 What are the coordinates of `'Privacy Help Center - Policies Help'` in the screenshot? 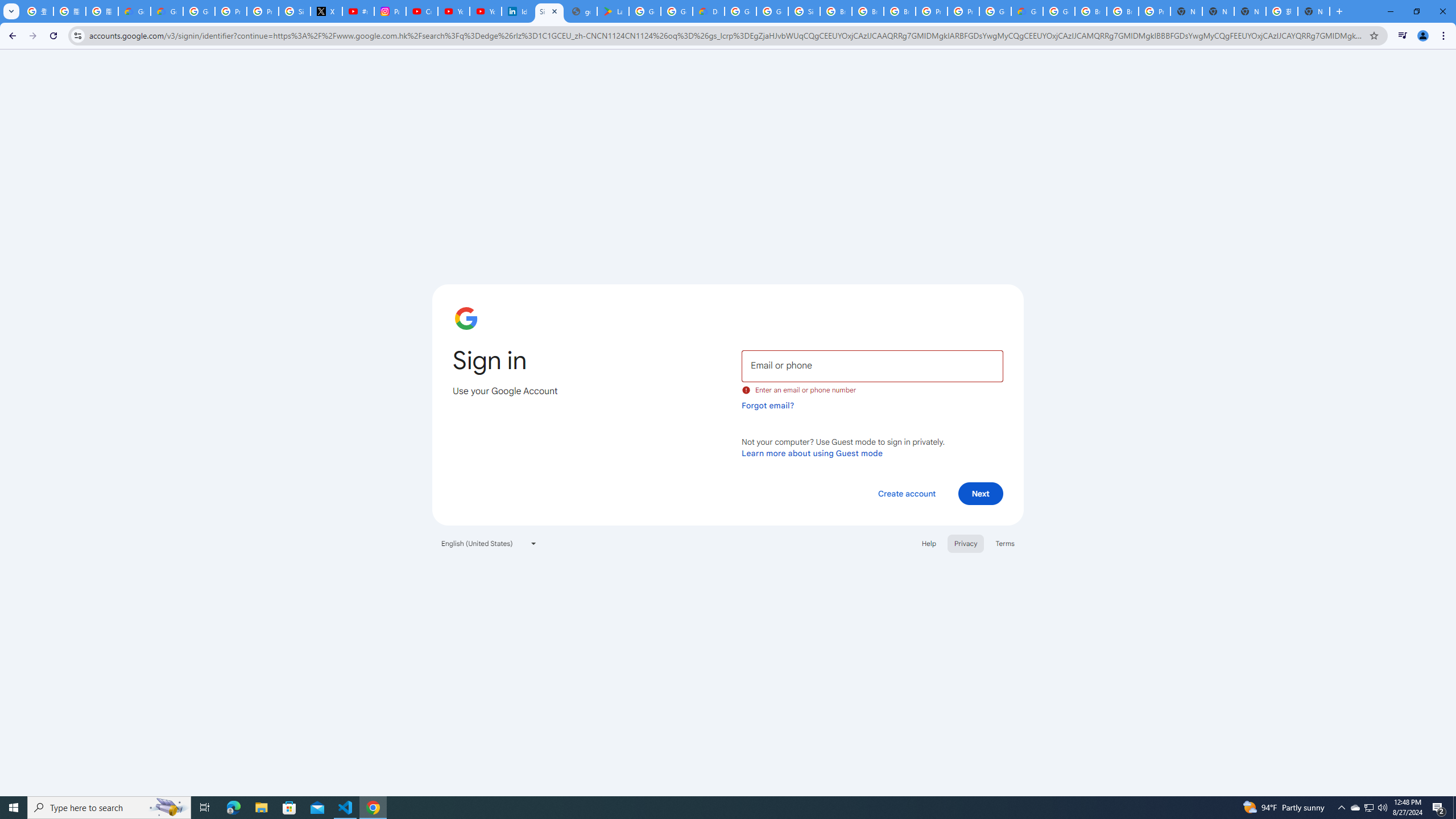 It's located at (262, 11).